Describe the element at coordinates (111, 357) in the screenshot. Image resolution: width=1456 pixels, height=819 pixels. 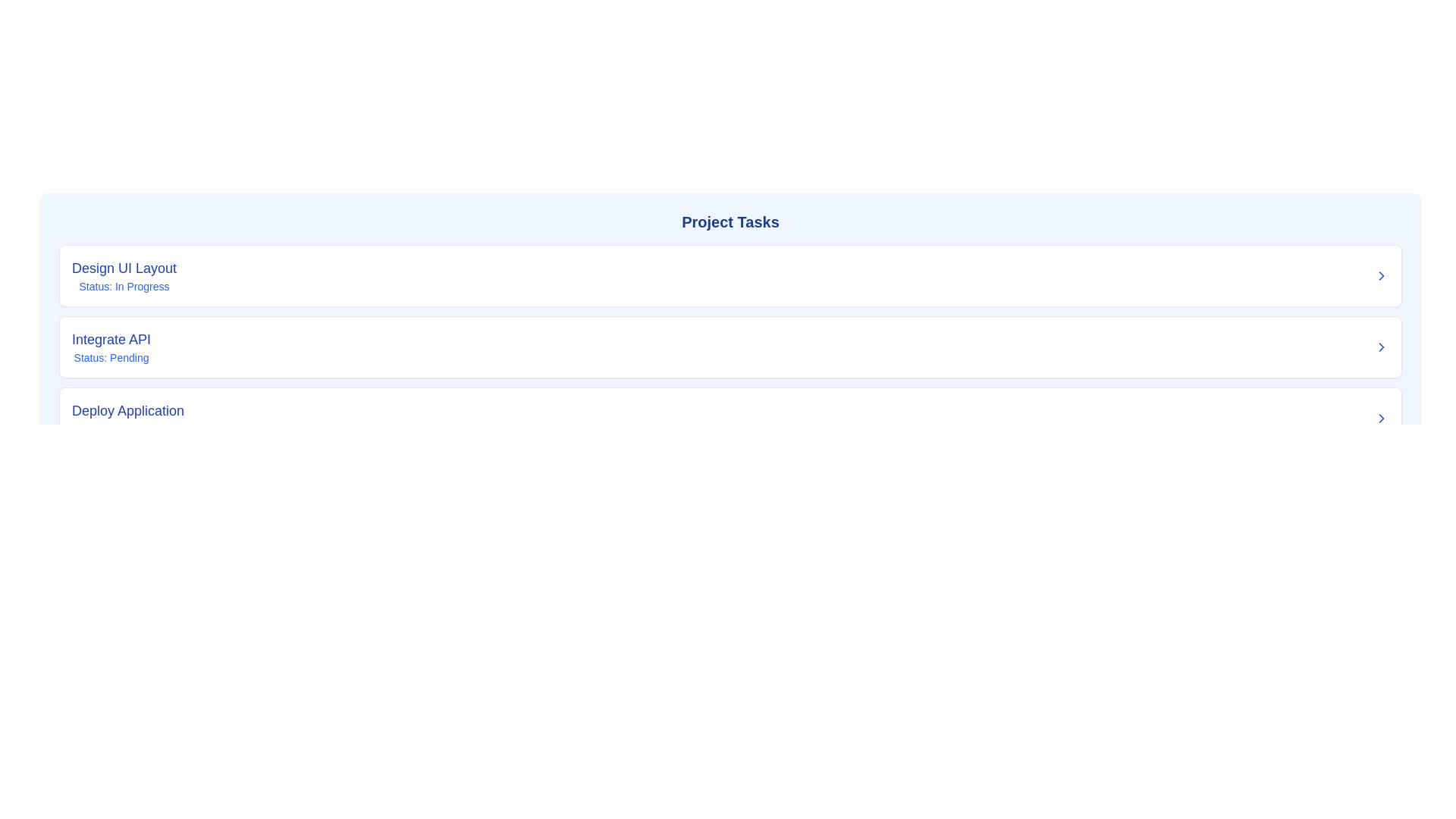
I see `text content of the status label that displays 'Status: Pending', which is styled in blue and located below the 'Integrate API' heading` at that location.